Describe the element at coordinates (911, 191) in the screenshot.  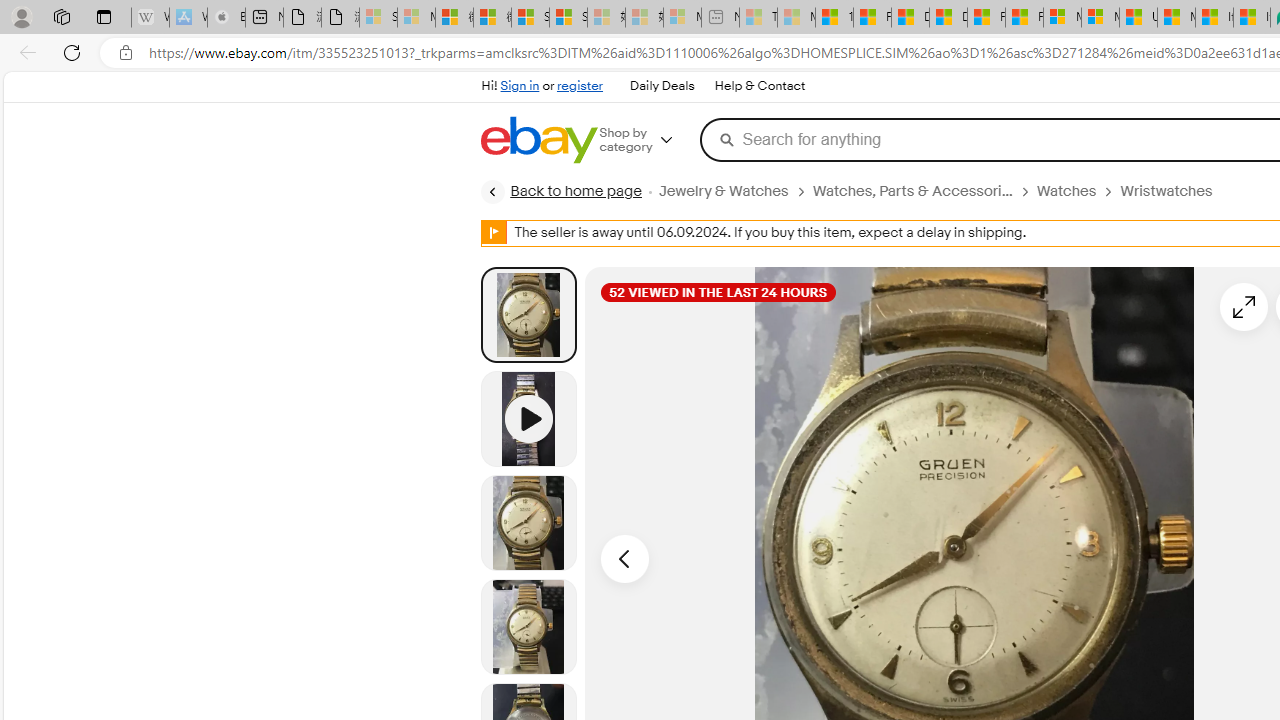
I see `'Watches, Parts & Accessories'` at that location.